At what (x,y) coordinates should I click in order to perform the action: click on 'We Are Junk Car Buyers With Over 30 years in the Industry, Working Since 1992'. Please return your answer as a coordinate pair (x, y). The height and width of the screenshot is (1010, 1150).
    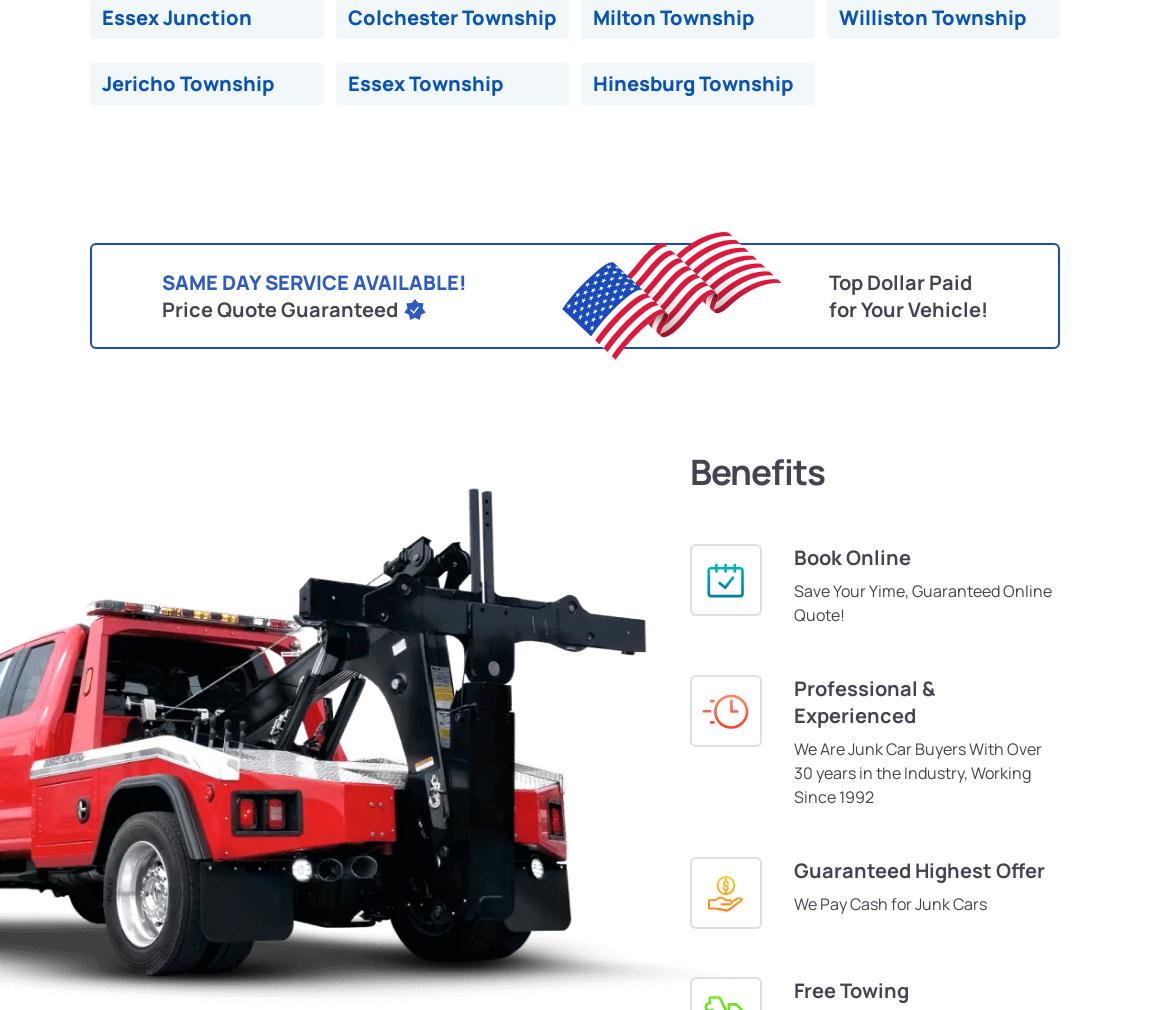
    Looking at the image, I should click on (918, 772).